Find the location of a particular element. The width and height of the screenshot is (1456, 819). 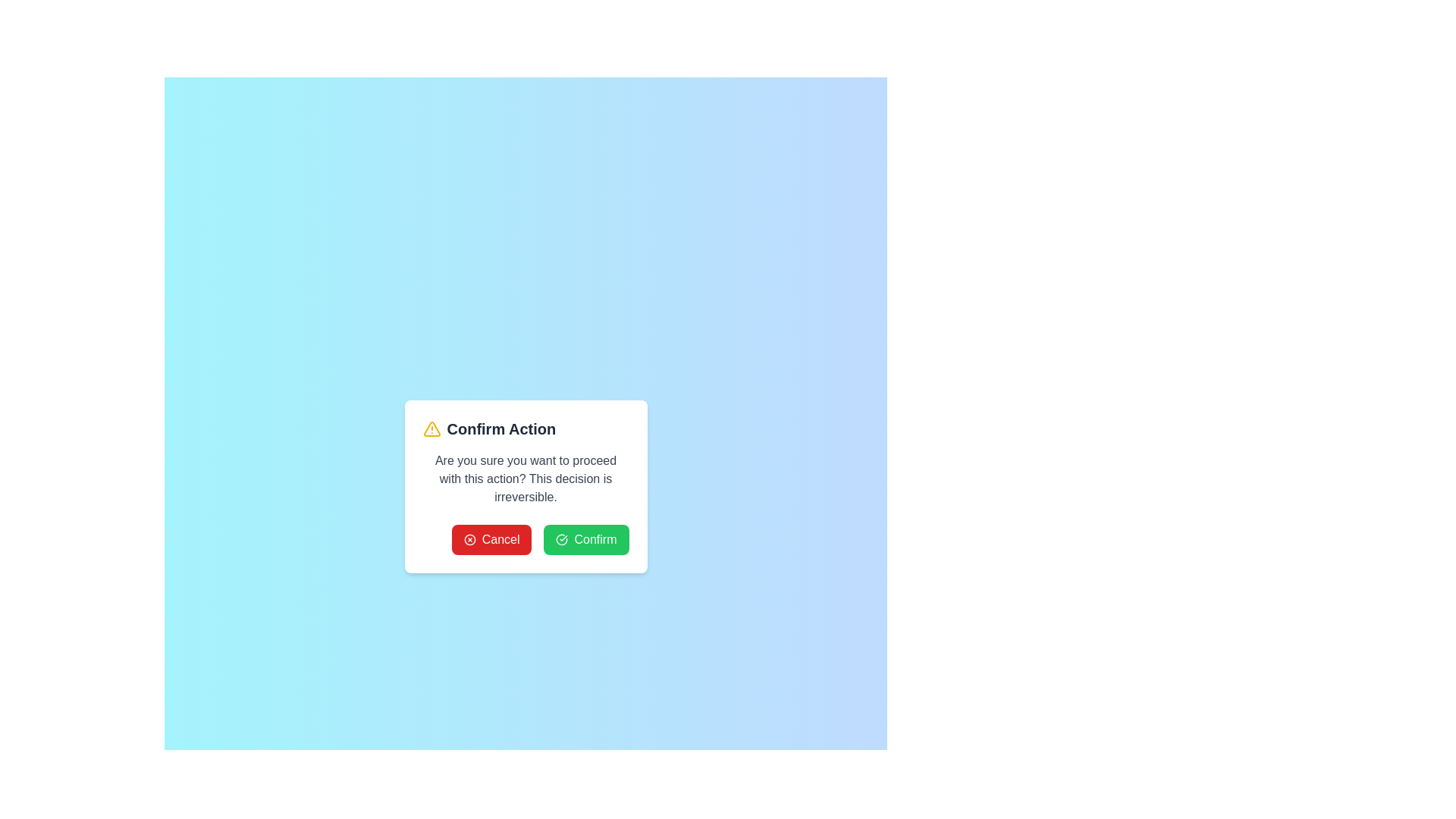

the red circular icon with a white cross, which represents a 'close' or 'cancel' action, located to the left of the 'Cancel' button in the lower-left section of the 'Confirm Action' dialog box is located at coordinates (469, 539).